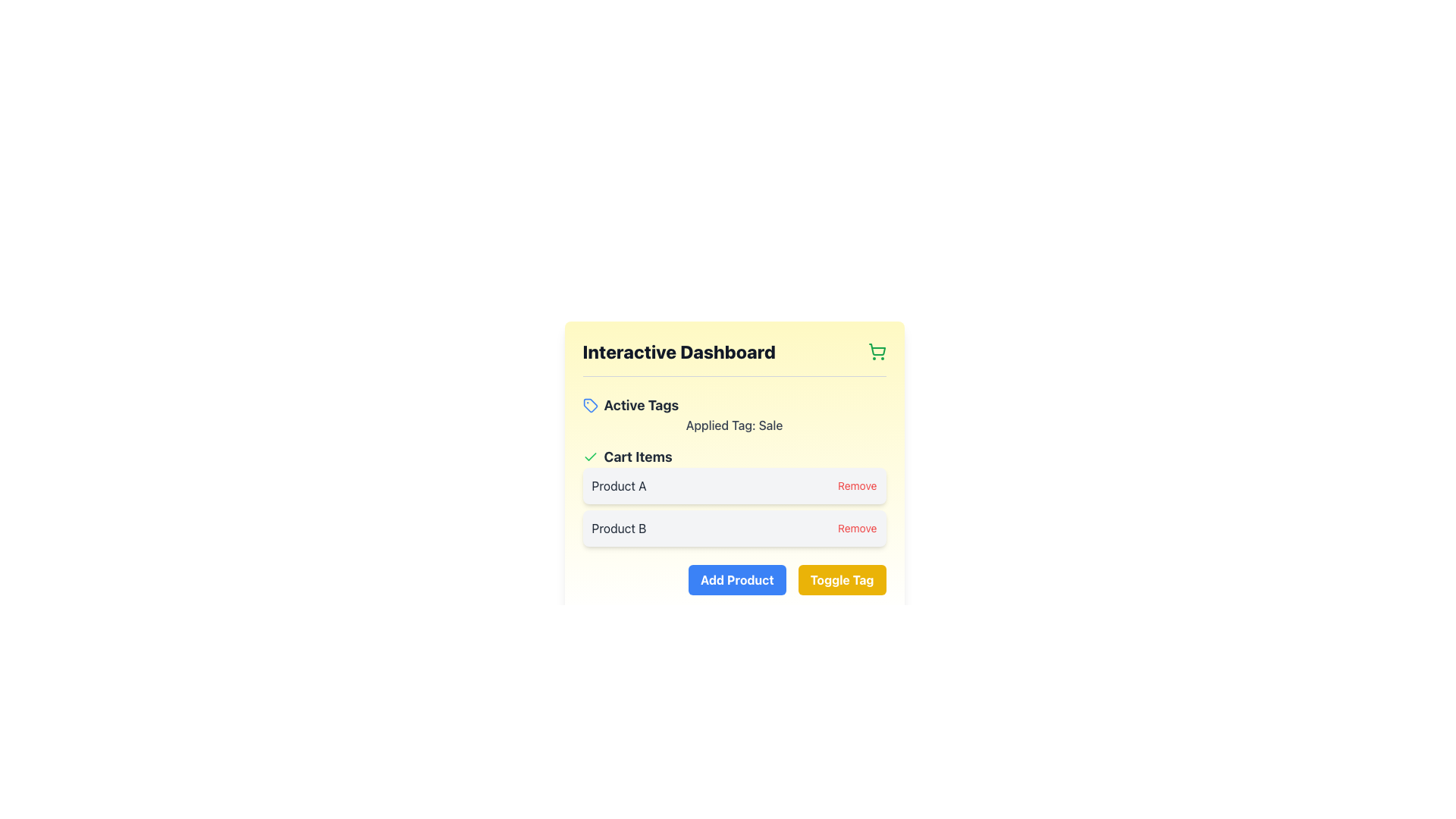 Image resolution: width=1456 pixels, height=819 pixels. Describe the element at coordinates (877, 350) in the screenshot. I see `the shopping cart icon located in the top-right corner of the dashboard interface, which signifies user interaction with cart functionality` at that location.